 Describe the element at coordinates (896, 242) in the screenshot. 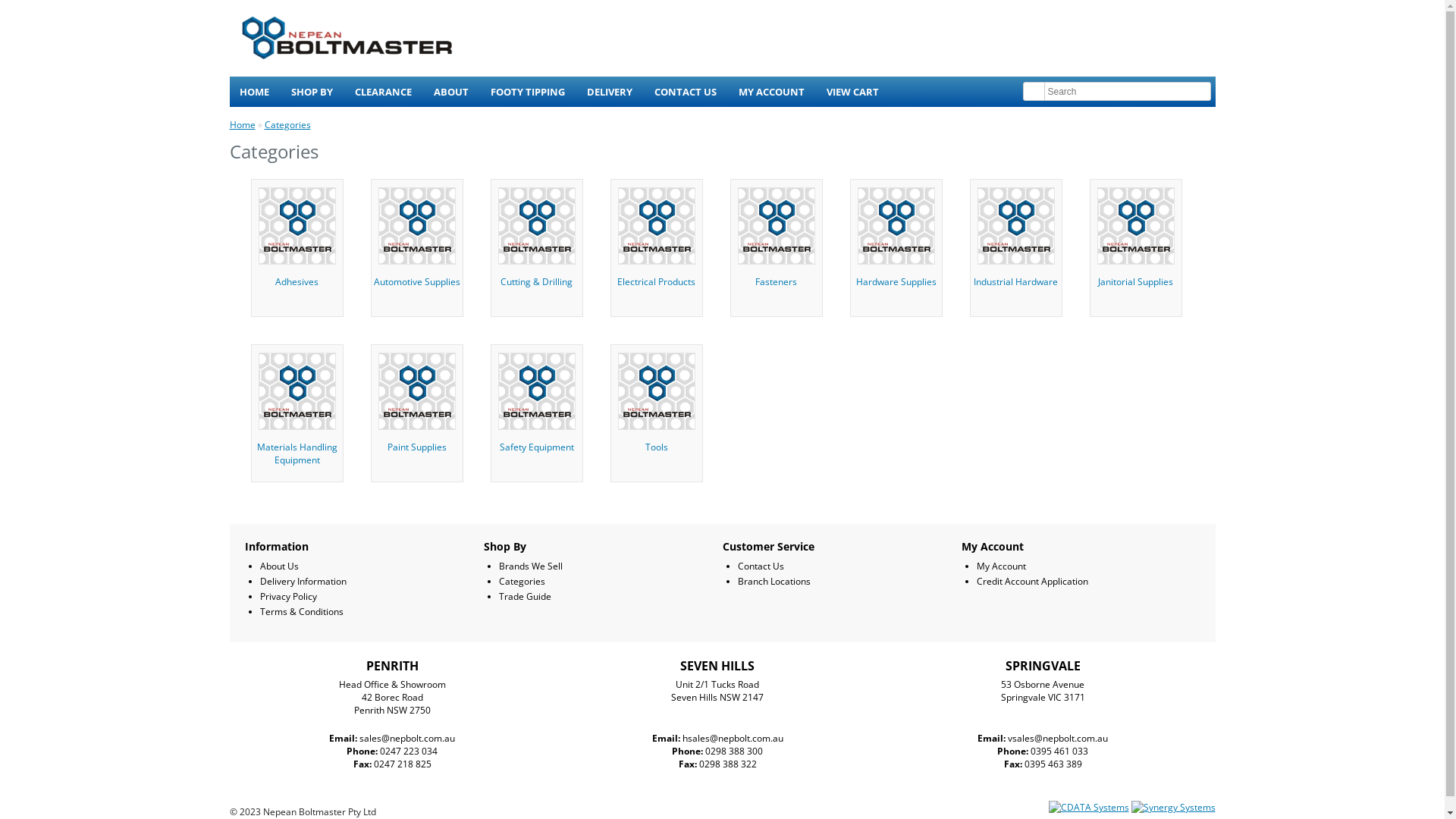

I see `'Hardware Supplies'` at that location.